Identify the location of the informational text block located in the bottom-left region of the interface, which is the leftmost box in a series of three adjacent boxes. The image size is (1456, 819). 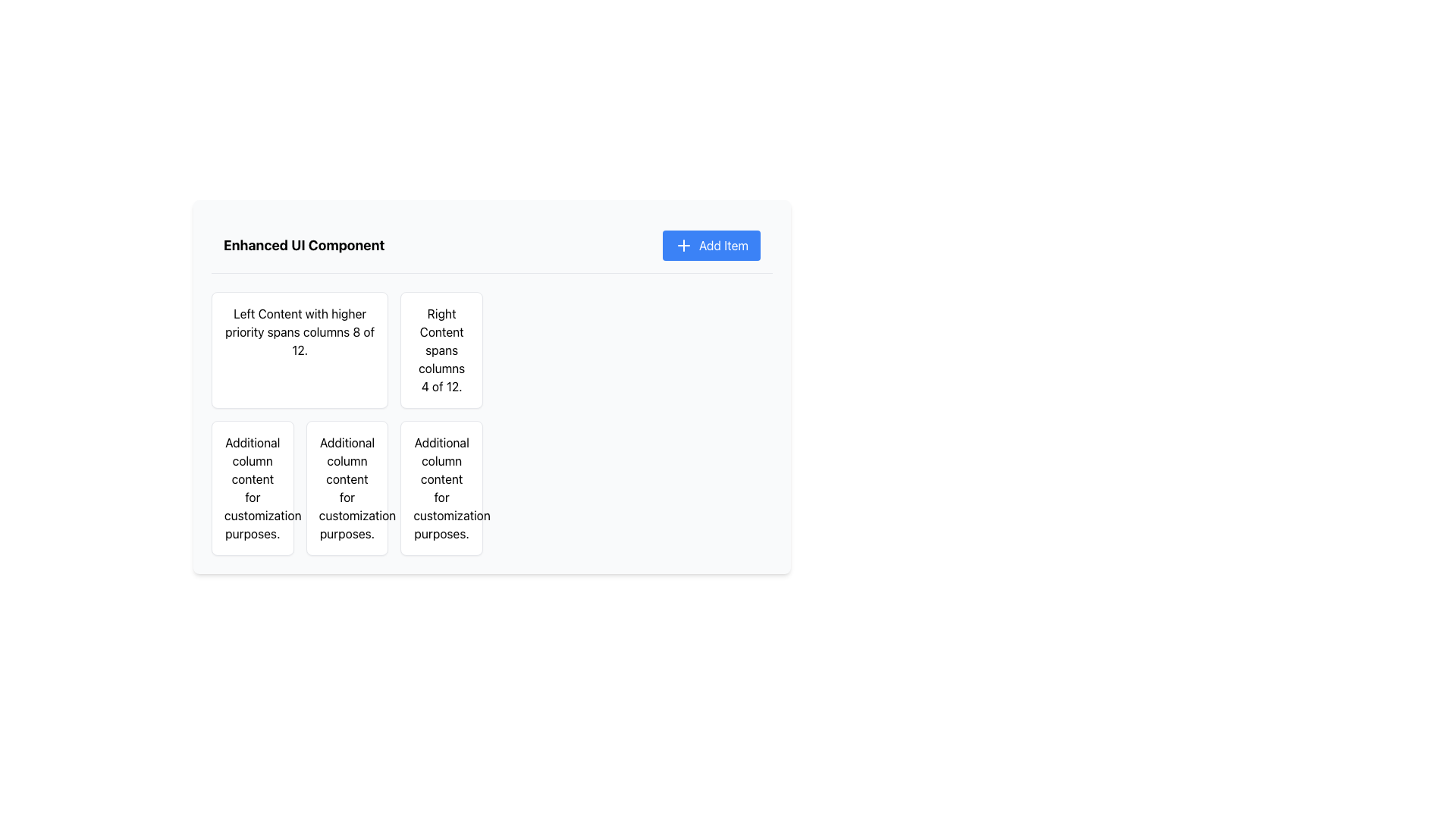
(253, 488).